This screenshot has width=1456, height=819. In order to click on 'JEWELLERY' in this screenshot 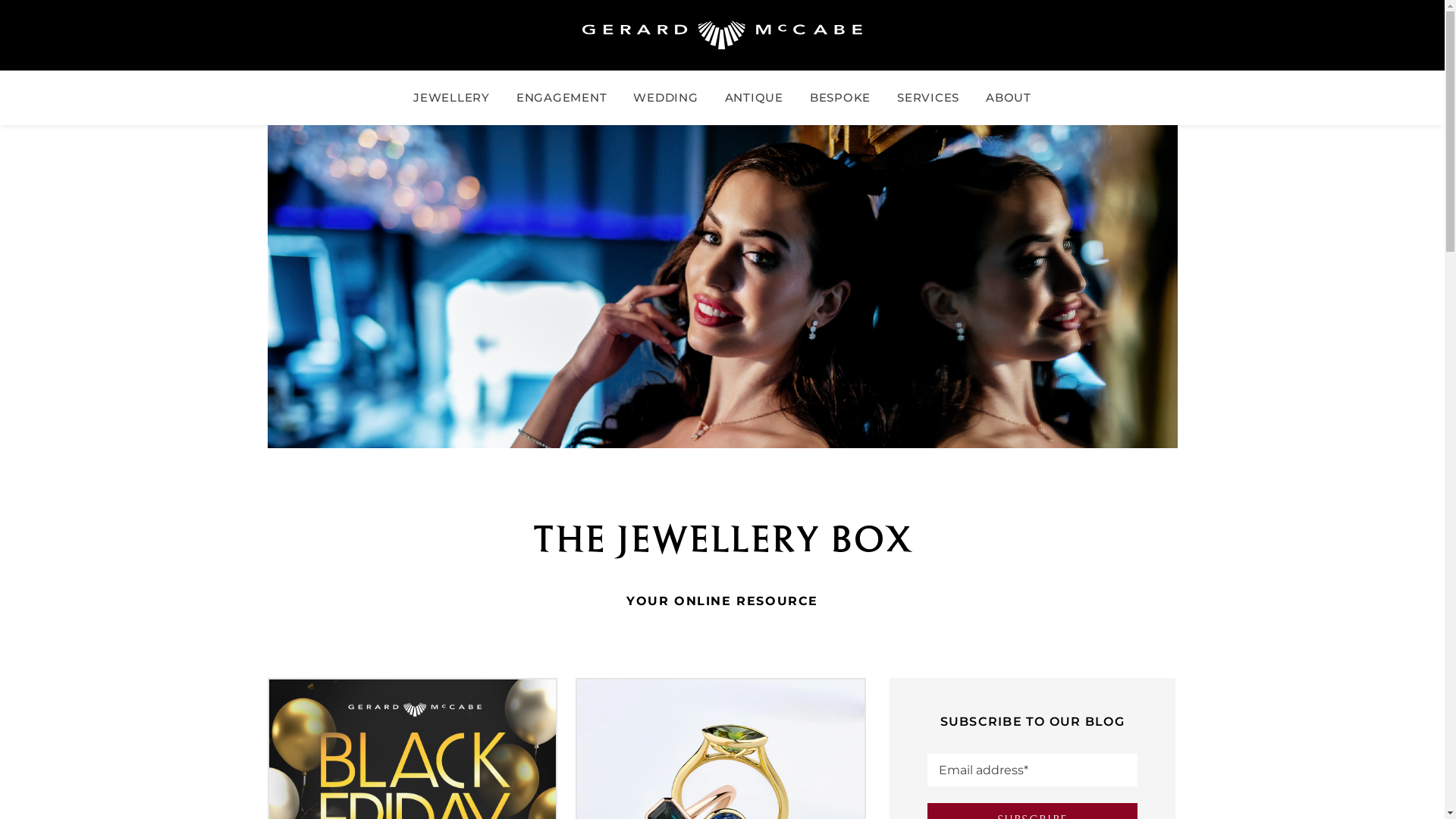, I will do `click(450, 97)`.